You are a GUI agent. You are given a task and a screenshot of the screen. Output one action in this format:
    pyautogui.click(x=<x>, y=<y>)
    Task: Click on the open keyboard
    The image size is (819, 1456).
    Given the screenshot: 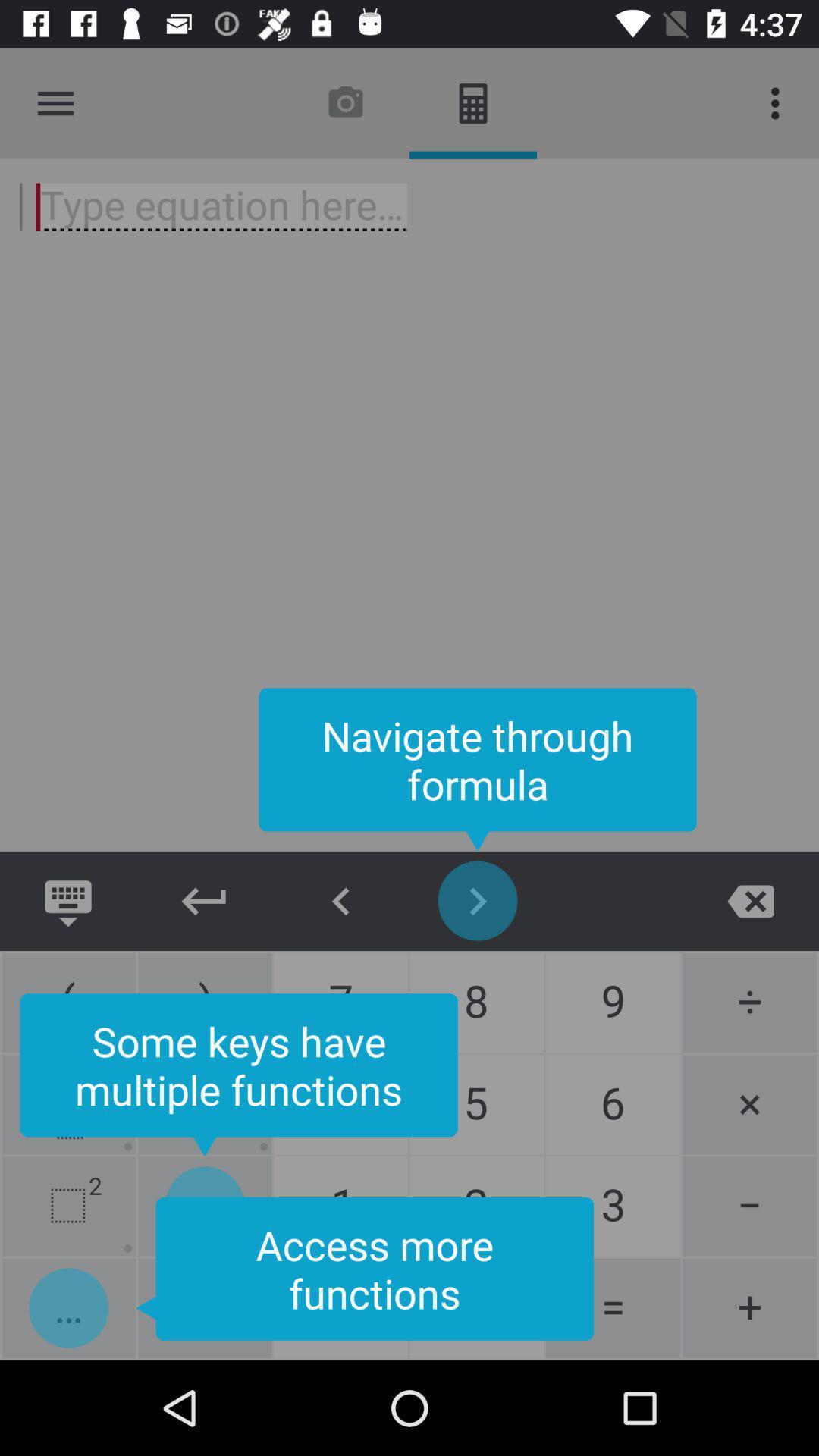 What is the action you would take?
    pyautogui.click(x=67, y=901)
    